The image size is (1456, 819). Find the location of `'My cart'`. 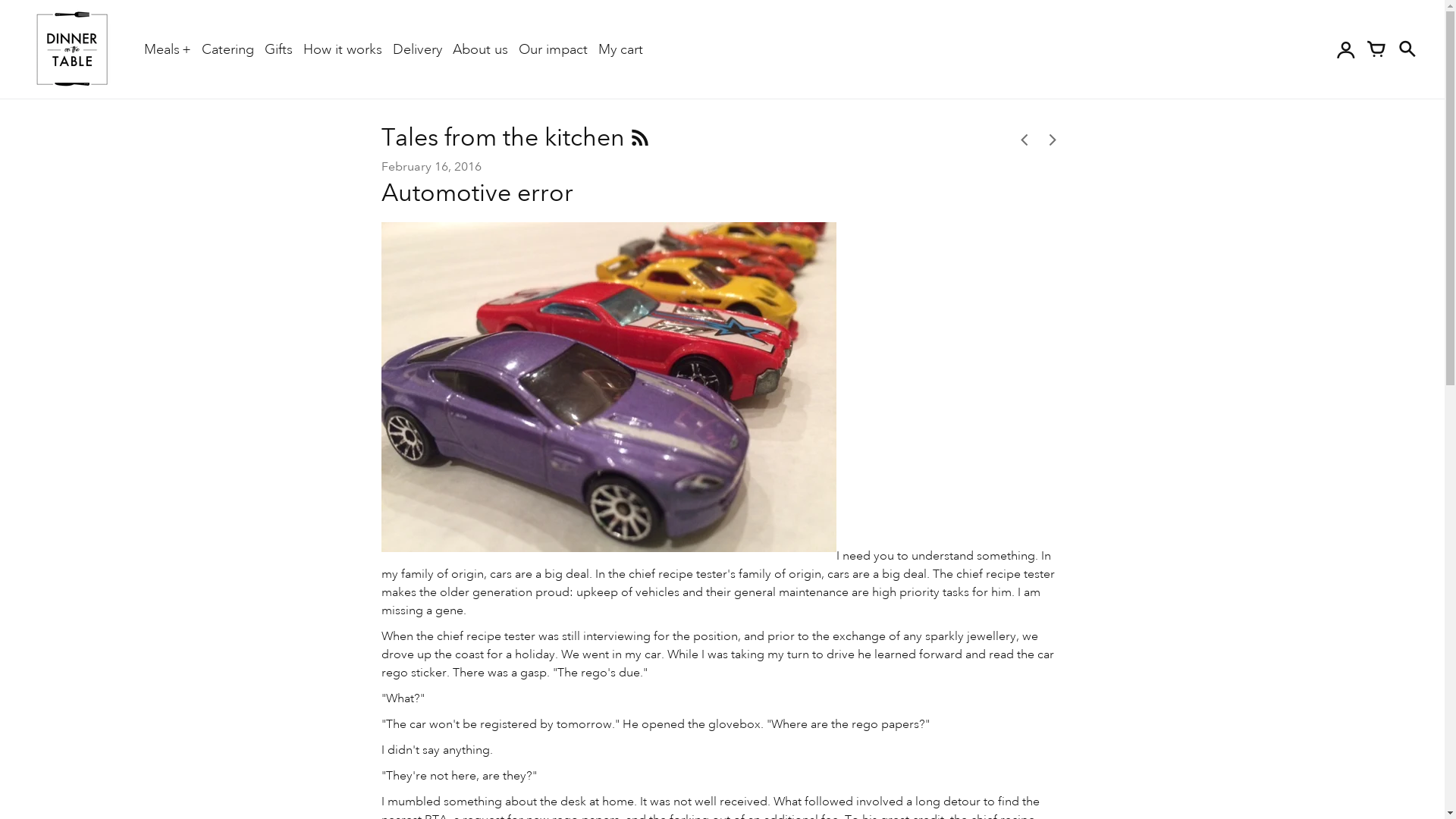

'My cart' is located at coordinates (620, 48).